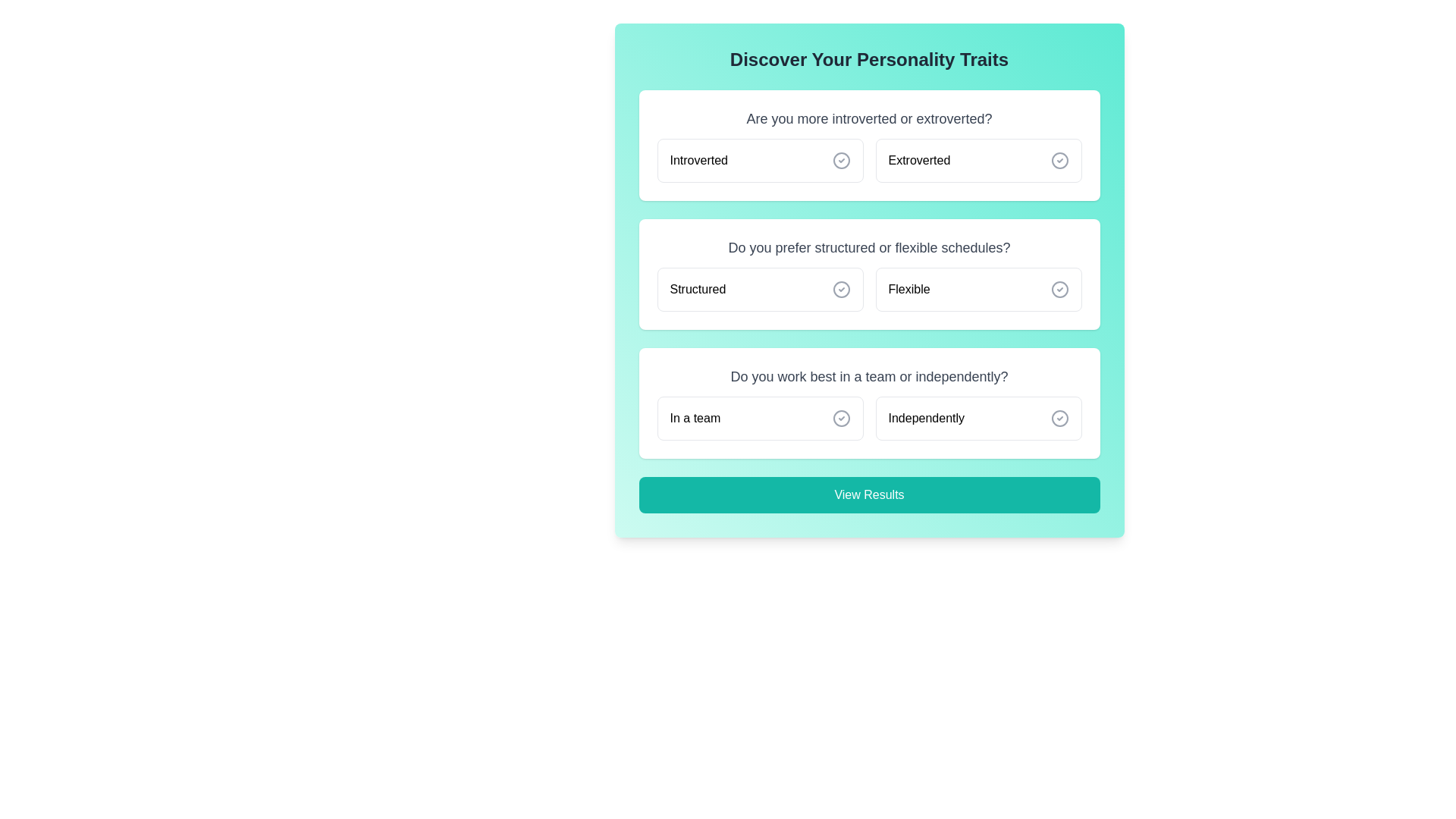 This screenshot has width=1456, height=819. I want to click on static text label for the last question's answer group in the user-input survey regarding teamwork preferences, located near the bottom of the card layout, so click(694, 418).